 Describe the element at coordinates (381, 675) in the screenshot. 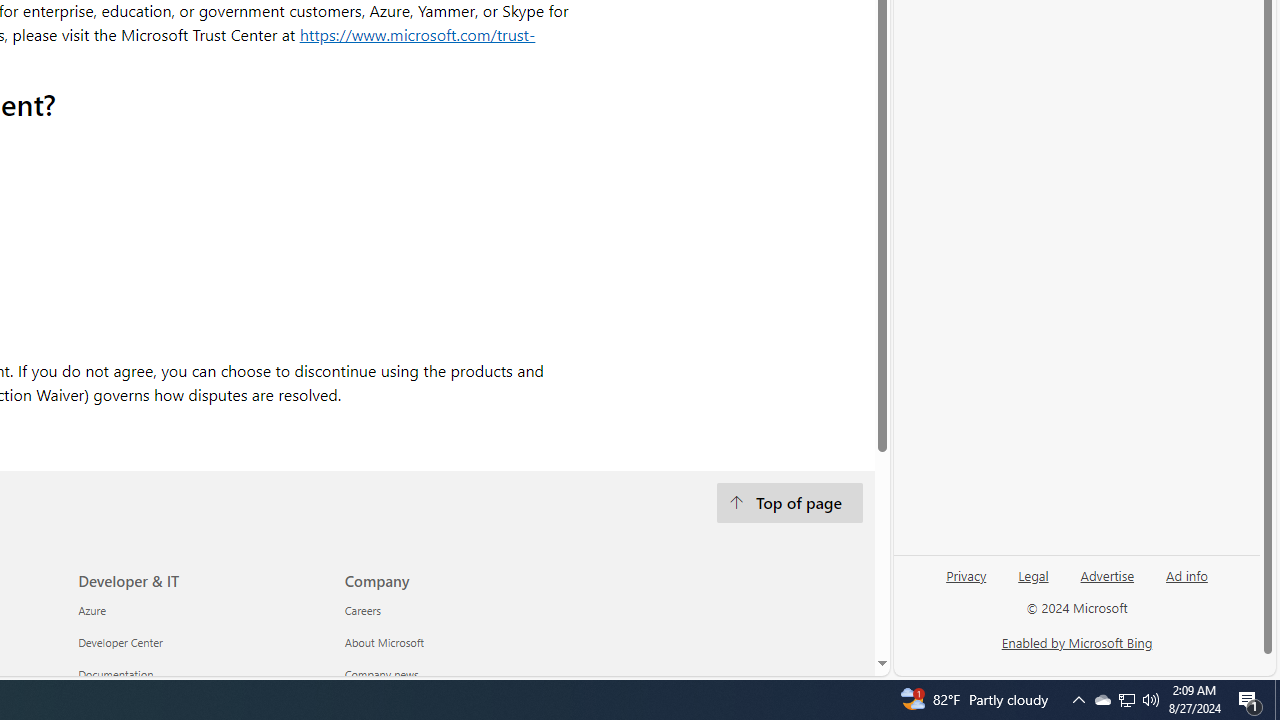

I see `'Company news Company'` at that location.